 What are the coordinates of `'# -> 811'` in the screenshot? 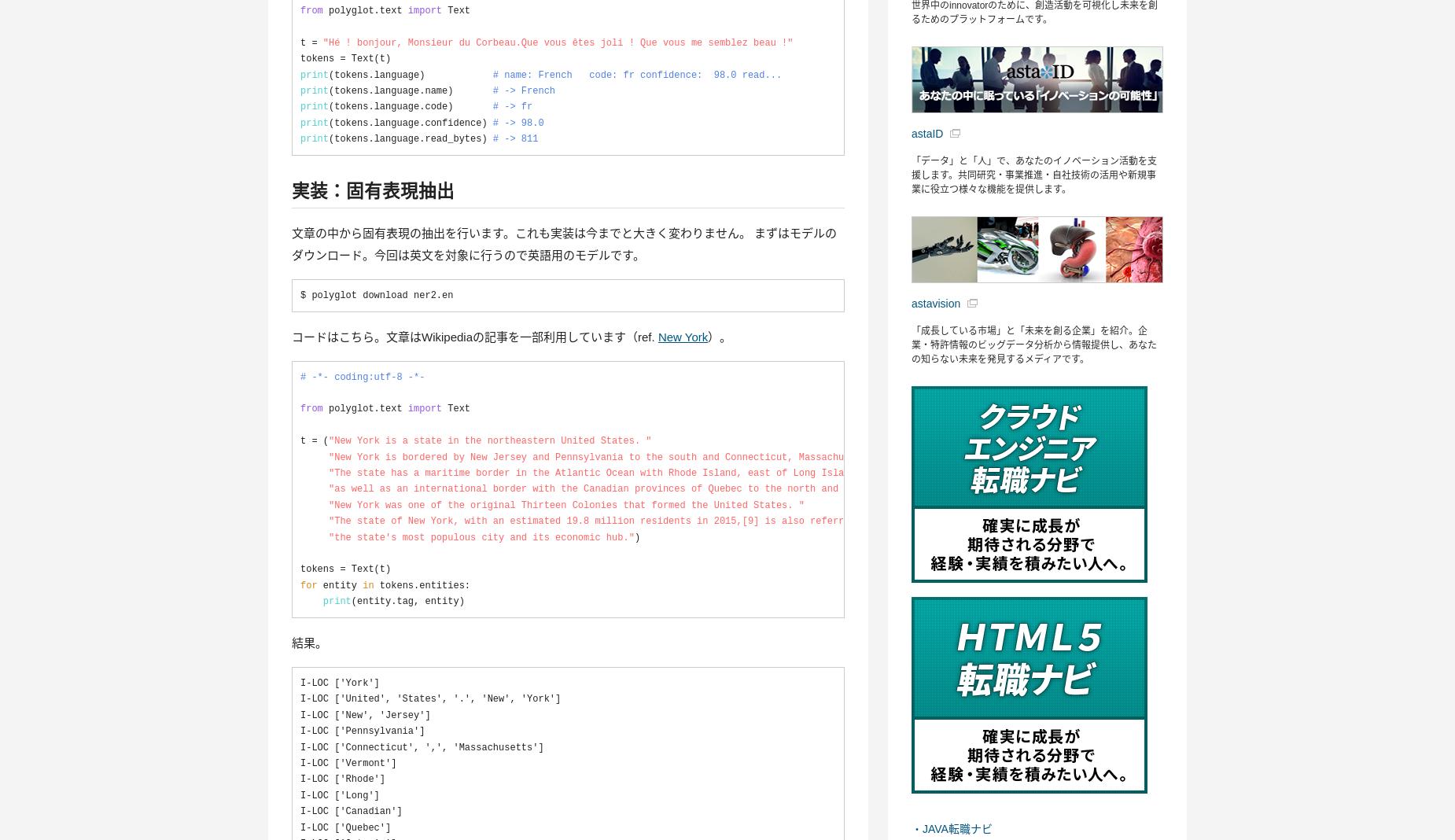 It's located at (515, 138).